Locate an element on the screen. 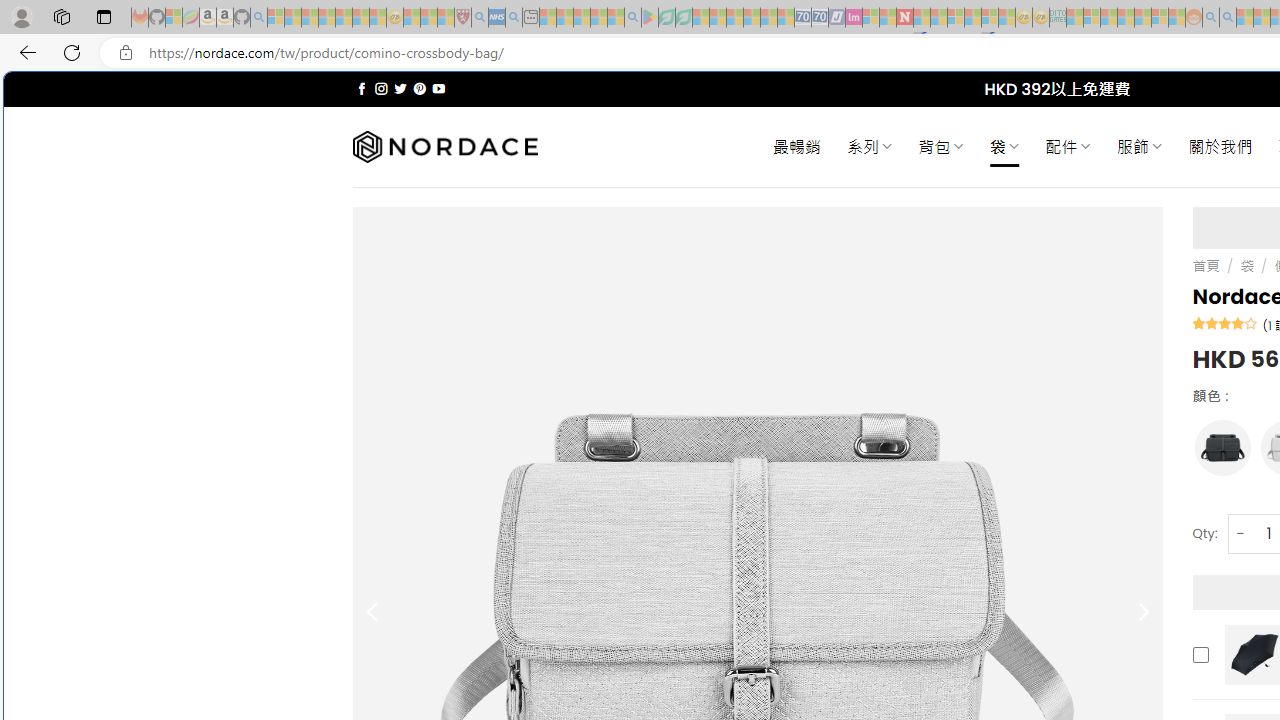 This screenshot has height=720, width=1280. '-' is located at coordinates (1239, 532).